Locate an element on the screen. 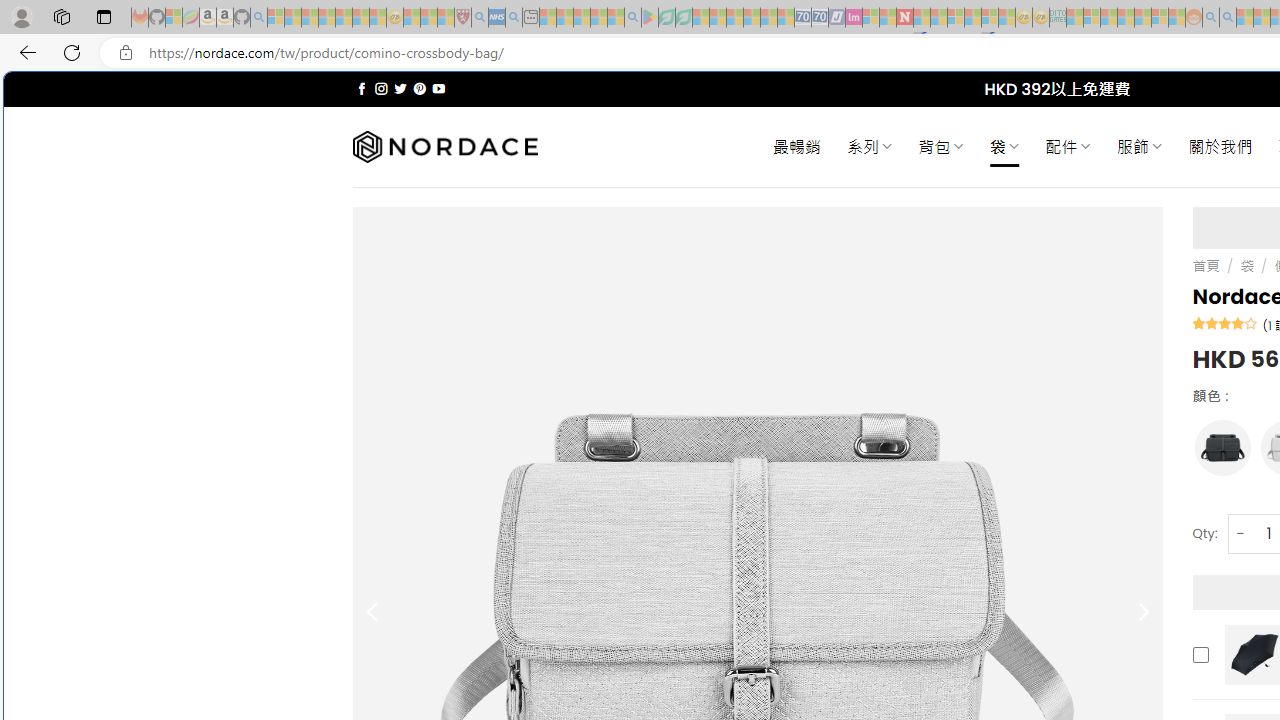 This screenshot has height=720, width=1280. '-' is located at coordinates (1239, 532).